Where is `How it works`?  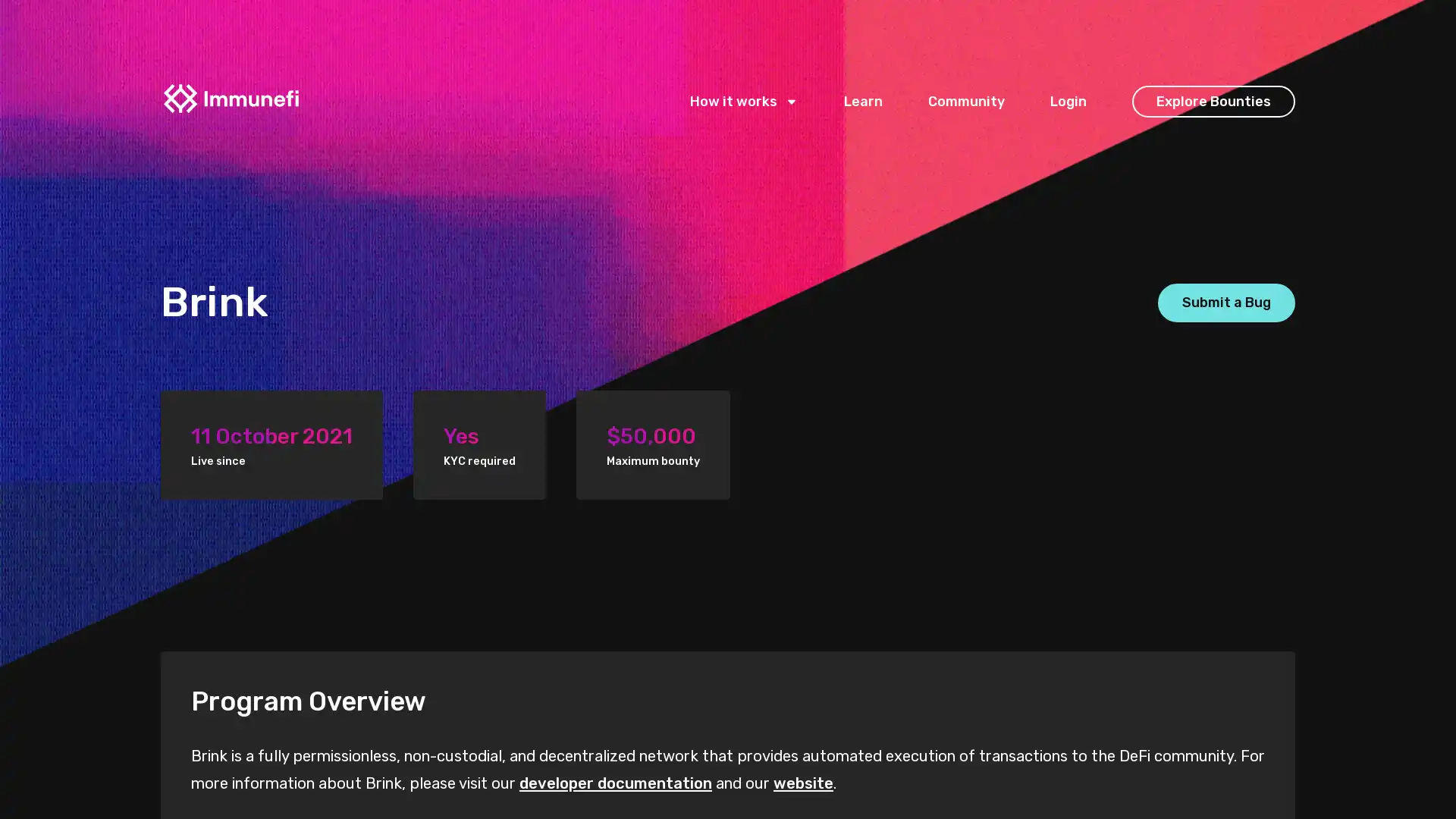 How it works is located at coordinates (744, 101).